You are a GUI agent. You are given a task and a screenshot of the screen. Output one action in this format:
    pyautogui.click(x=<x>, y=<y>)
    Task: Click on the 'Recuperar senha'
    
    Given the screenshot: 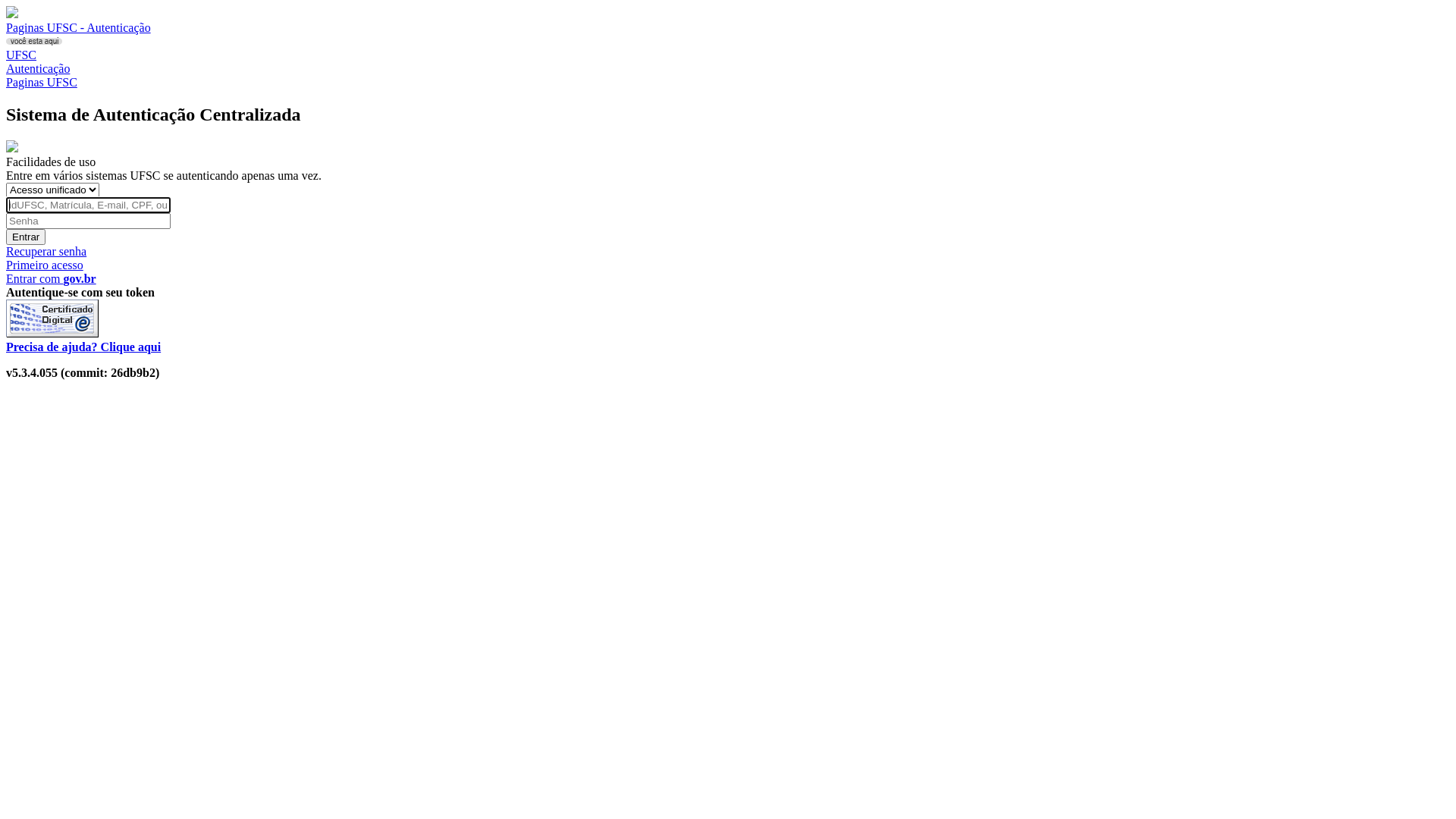 What is the action you would take?
    pyautogui.click(x=6, y=250)
    